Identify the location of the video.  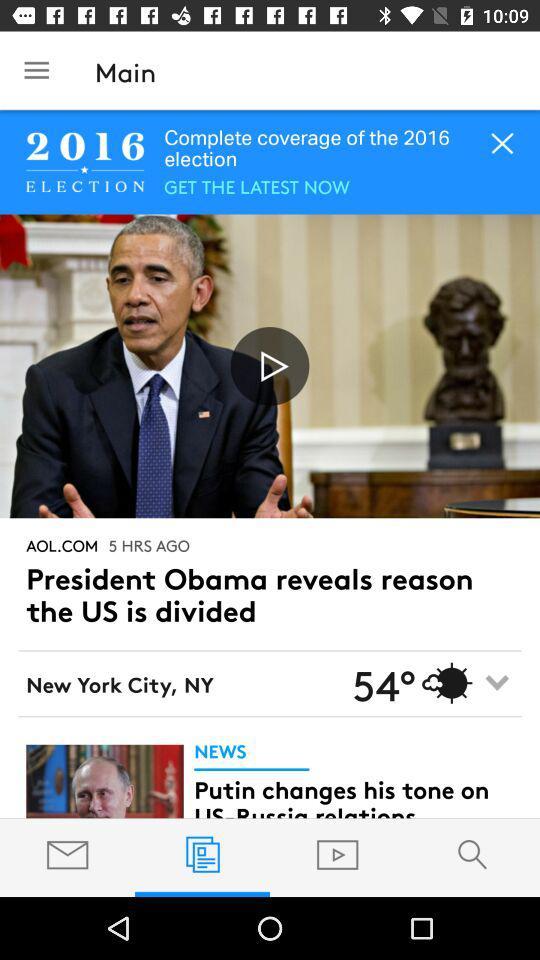
(270, 365).